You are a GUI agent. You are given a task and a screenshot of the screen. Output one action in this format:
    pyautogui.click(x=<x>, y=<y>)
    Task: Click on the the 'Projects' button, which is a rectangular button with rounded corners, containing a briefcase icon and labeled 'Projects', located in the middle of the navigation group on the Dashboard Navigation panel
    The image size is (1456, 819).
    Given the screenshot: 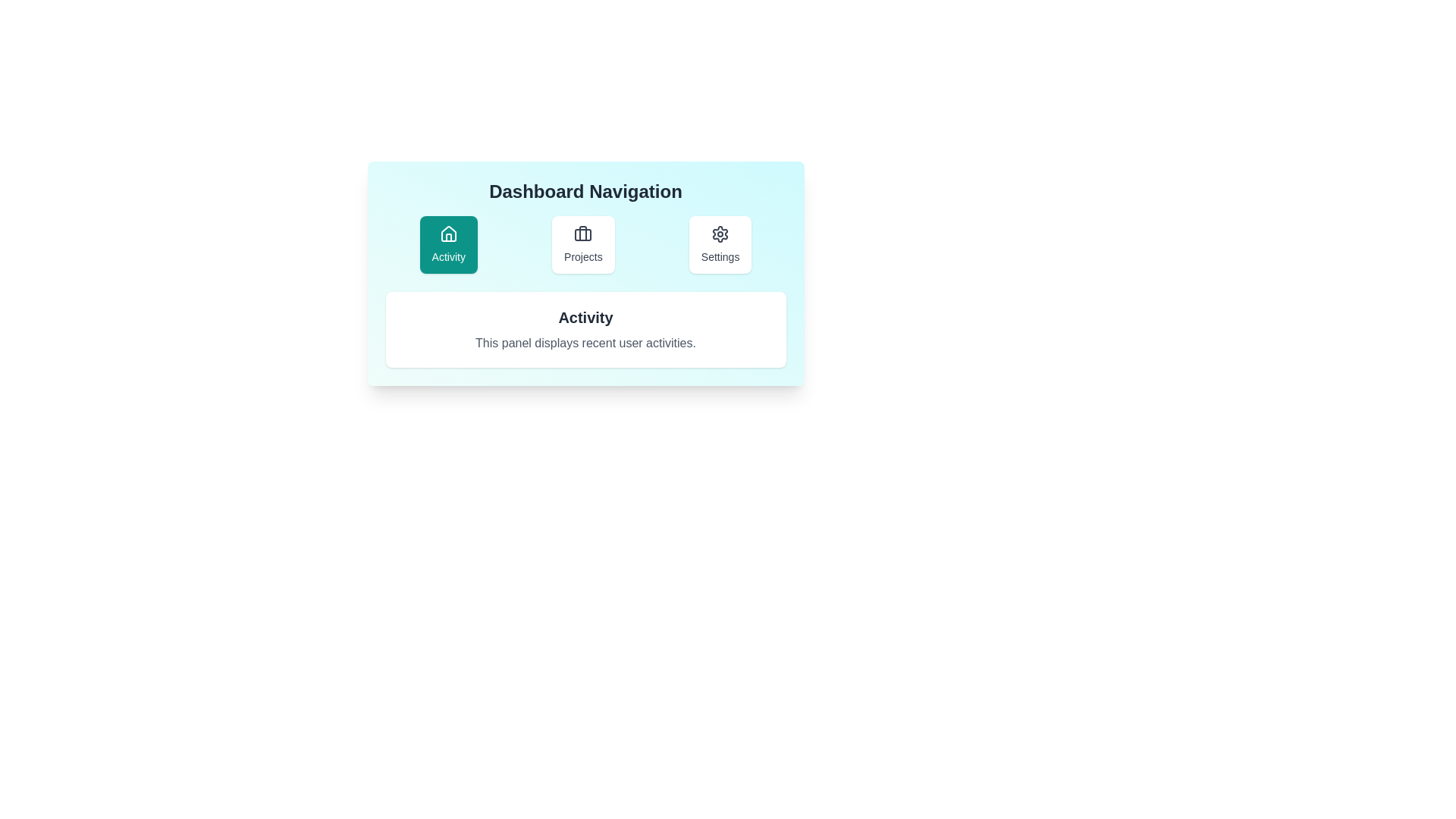 What is the action you would take?
    pyautogui.click(x=582, y=244)
    